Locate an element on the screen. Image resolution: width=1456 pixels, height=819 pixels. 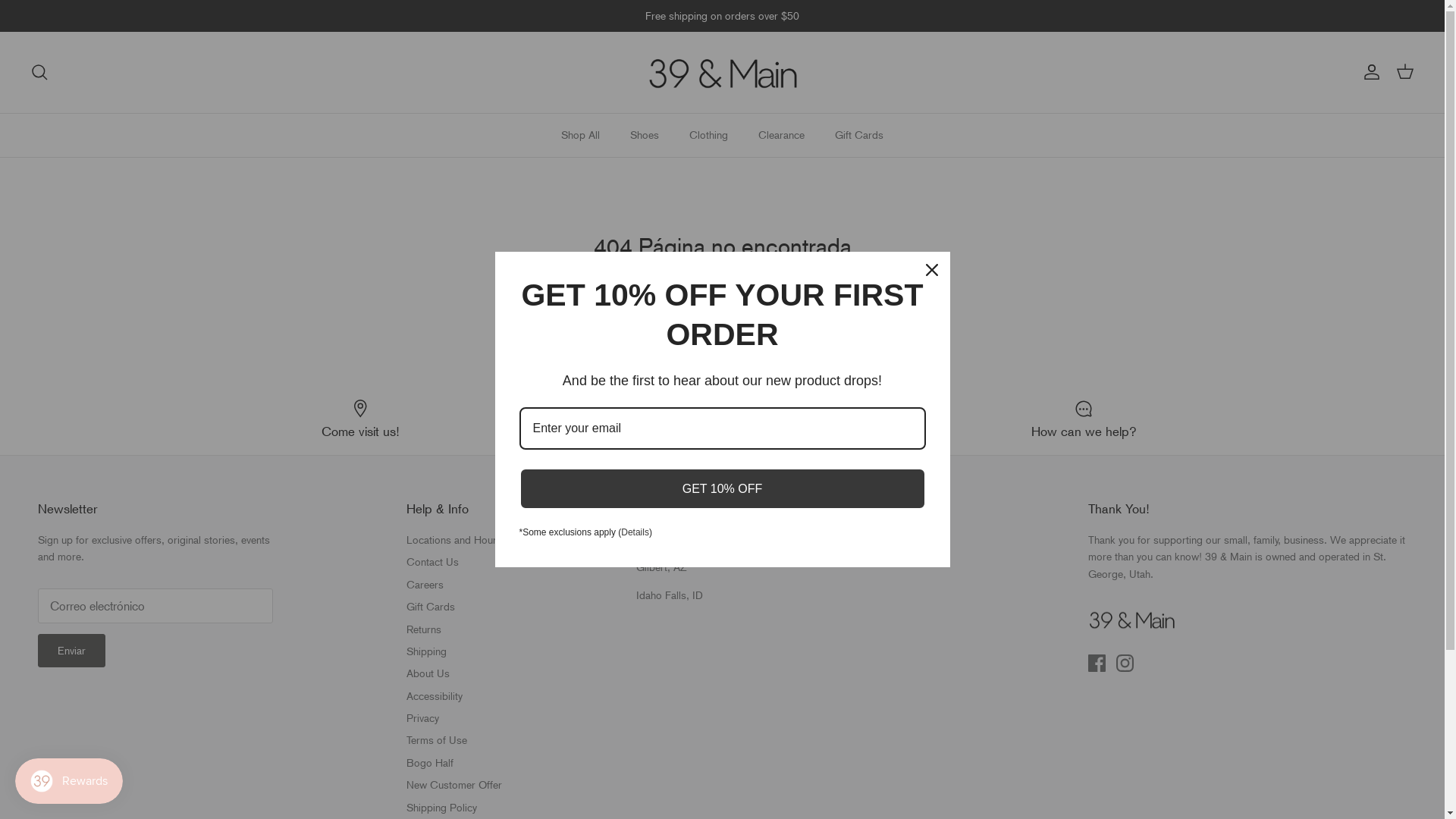
'New Customer Offer' is located at coordinates (453, 784).